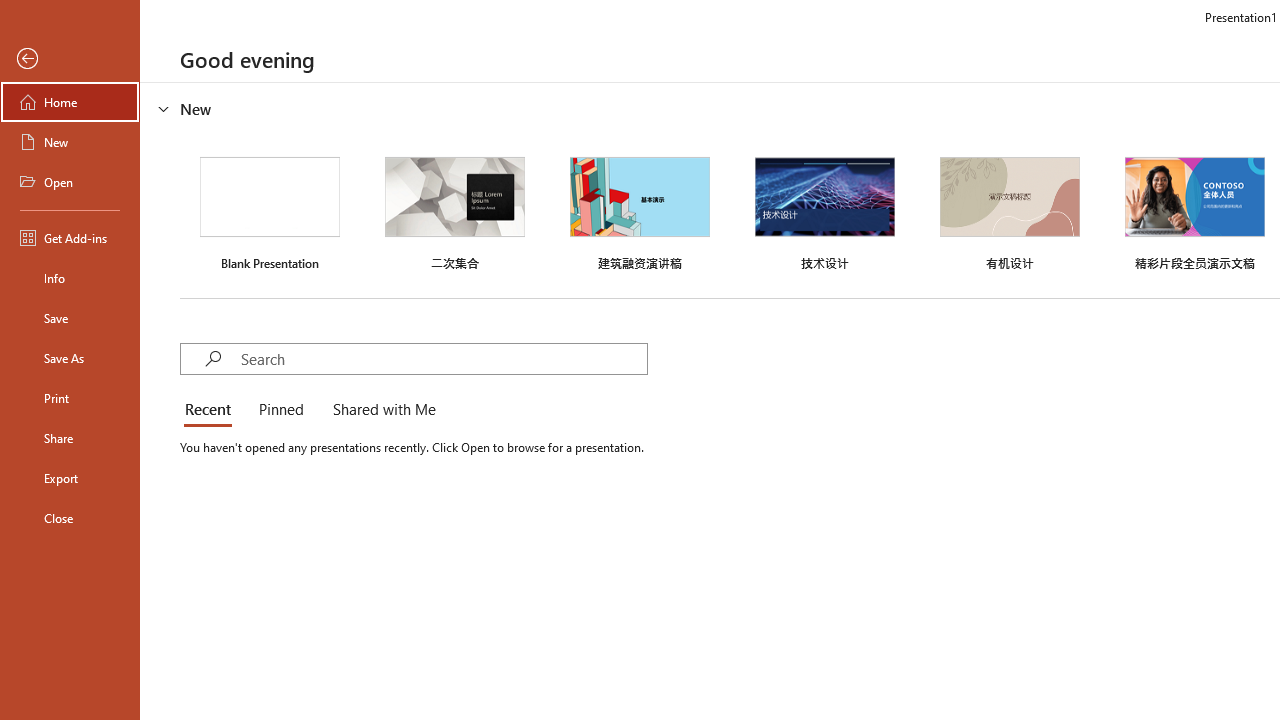  What do you see at coordinates (69, 356) in the screenshot?
I see `'Save As'` at bounding box center [69, 356].